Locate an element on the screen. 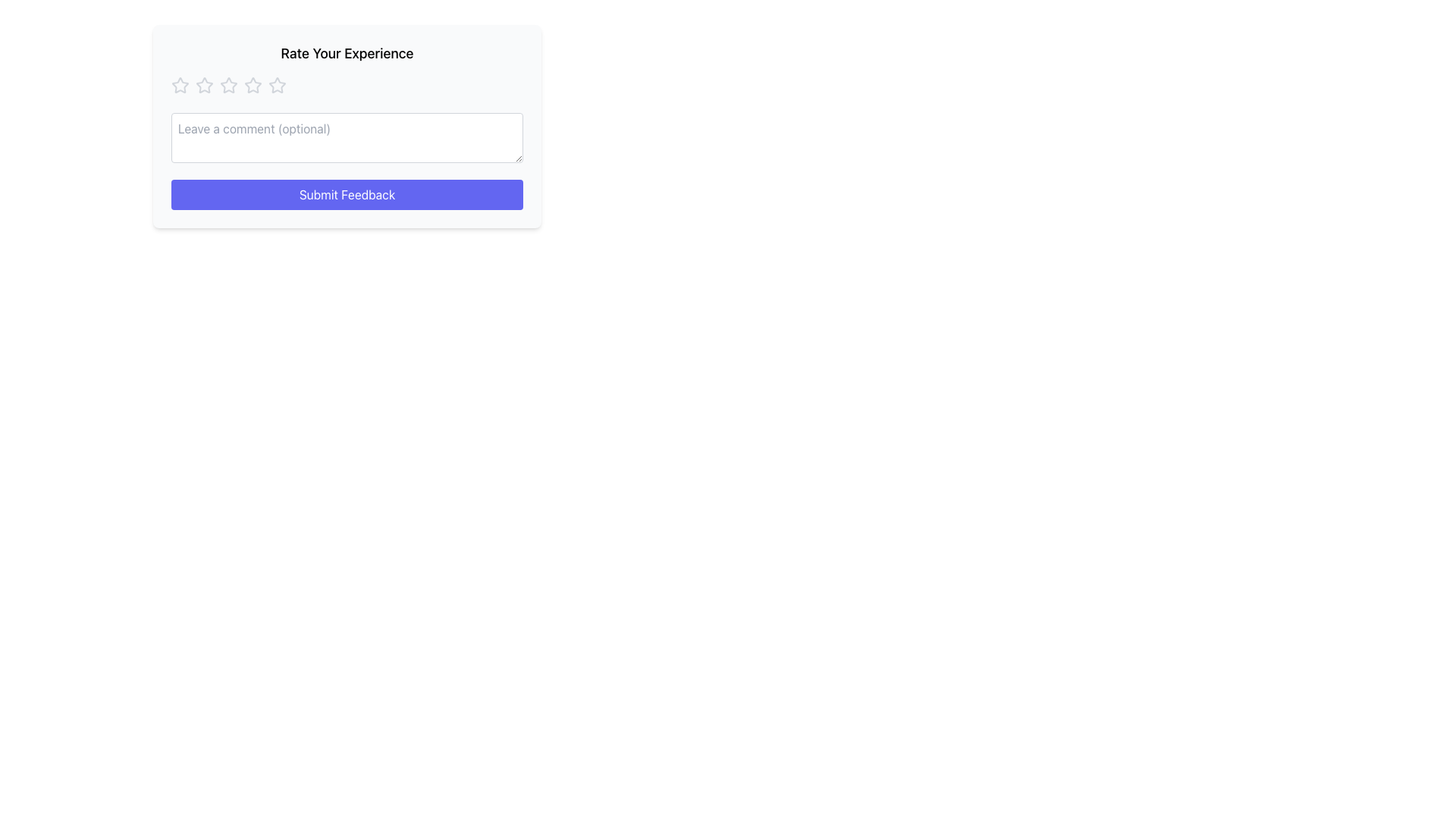  the second star in the row of five stars at the top portion of the feedback form to assign a rating is located at coordinates (203, 85).